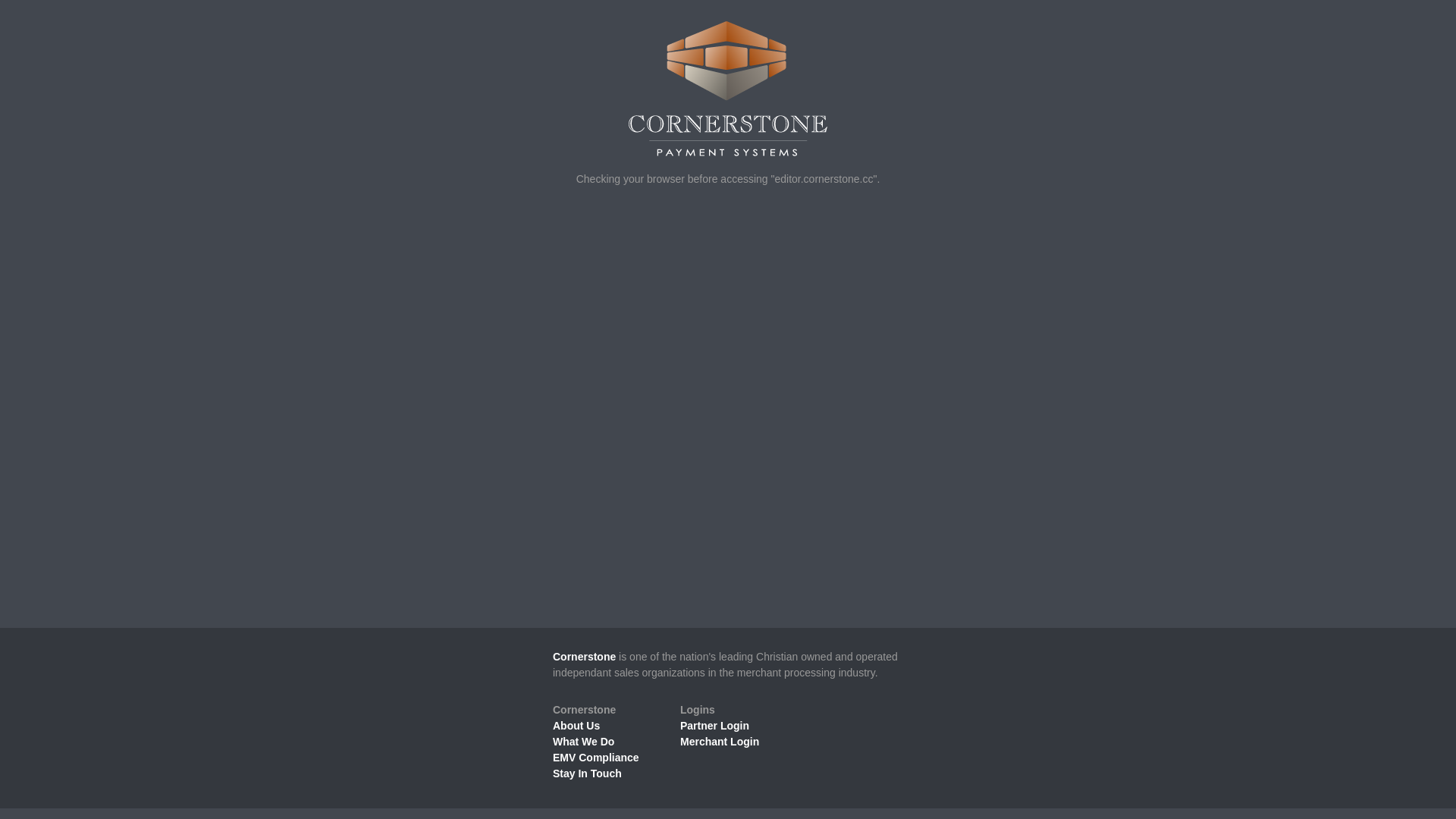  Describe the element at coordinates (575, 724) in the screenshot. I see `'About Us'` at that location.